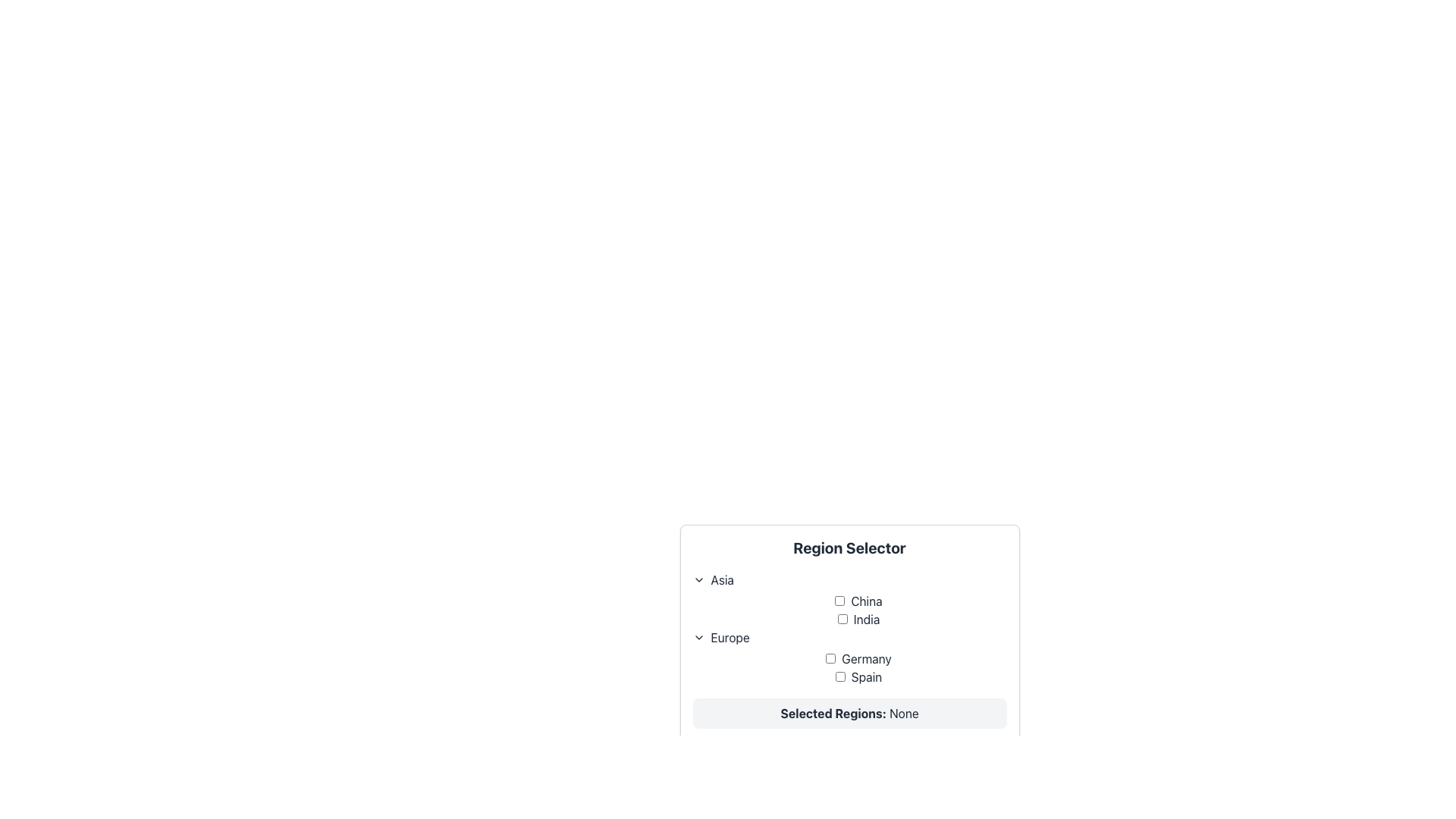 Image resolution: width=1456 pixels, height=819 pixels. Describe the element at coordinates (858, 601) in the screenshot. I see `the label 'China' next to the checkbox in the 'Asia' section of the 'Region Selector' interface` at that location.